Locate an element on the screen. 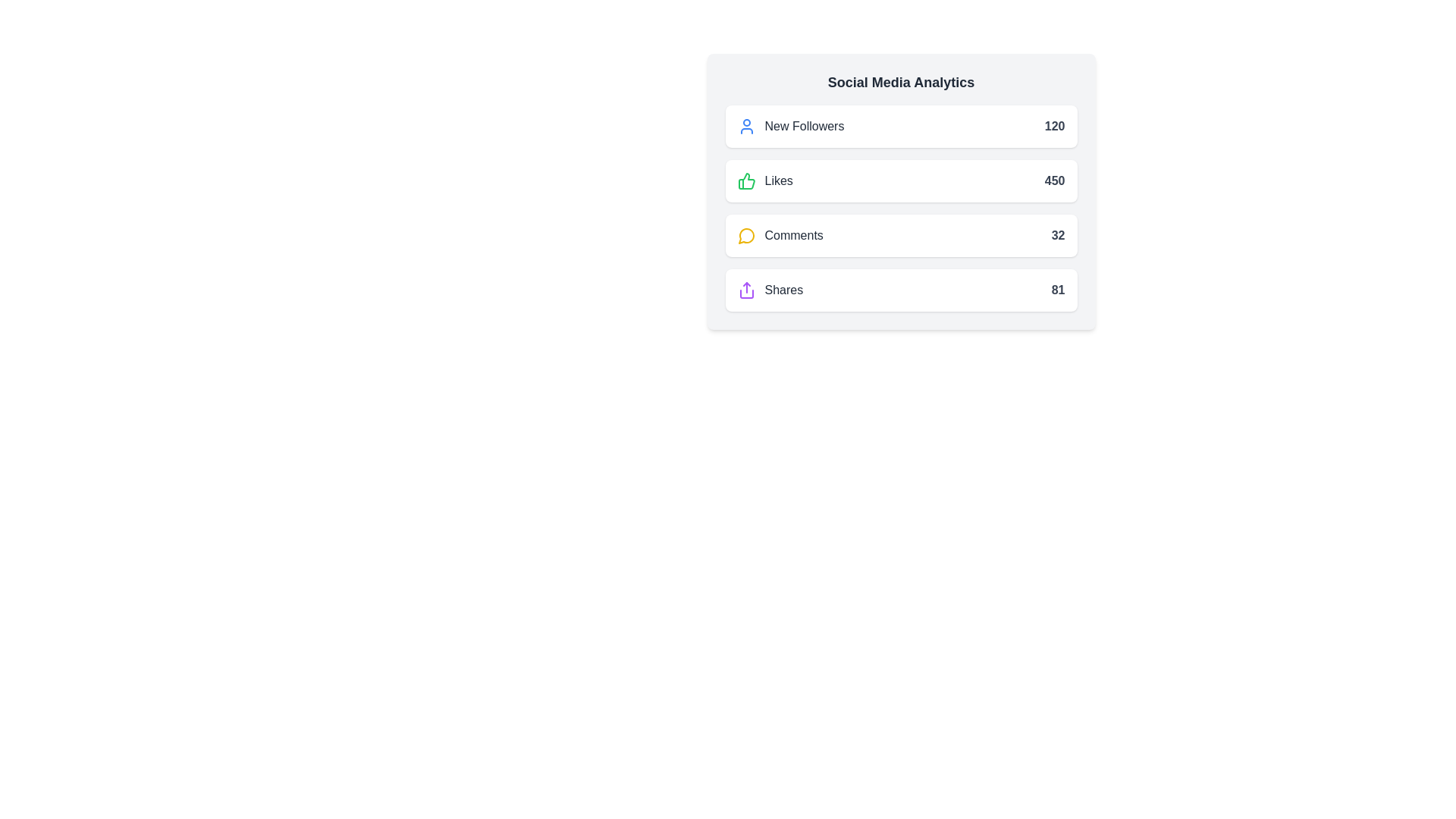 This screenshot has height=819, width=1456. the Informational Card displaying the number of shares, identified by the number '81', which is located at the bottom of the list, directly below the 'Comments 32' card is located at coordinates (901, 290).